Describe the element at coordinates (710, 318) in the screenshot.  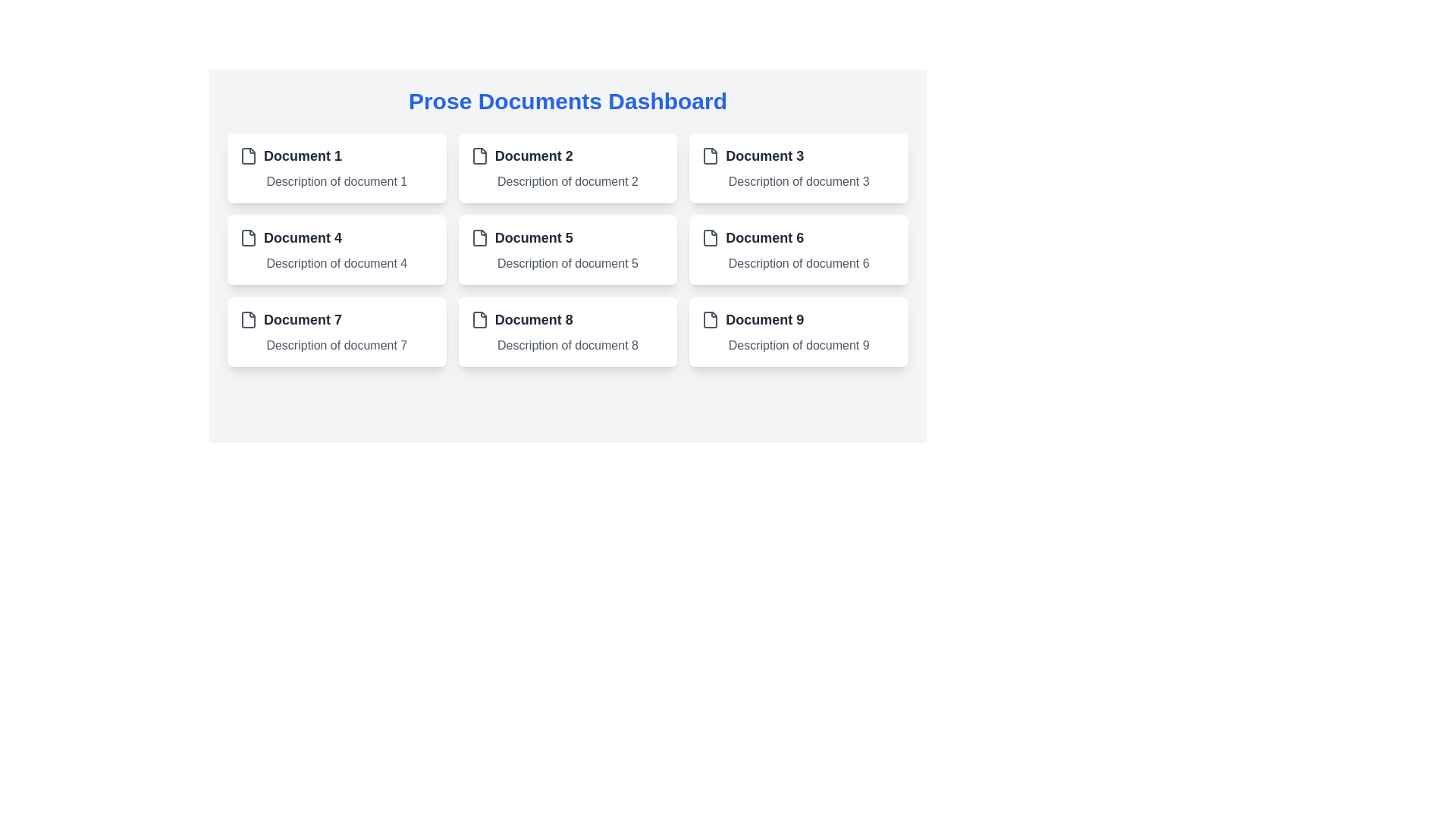
I see `the document icon located to the left of the text 'Document 9' in the bottom-right corner of the grid interface` at that location.